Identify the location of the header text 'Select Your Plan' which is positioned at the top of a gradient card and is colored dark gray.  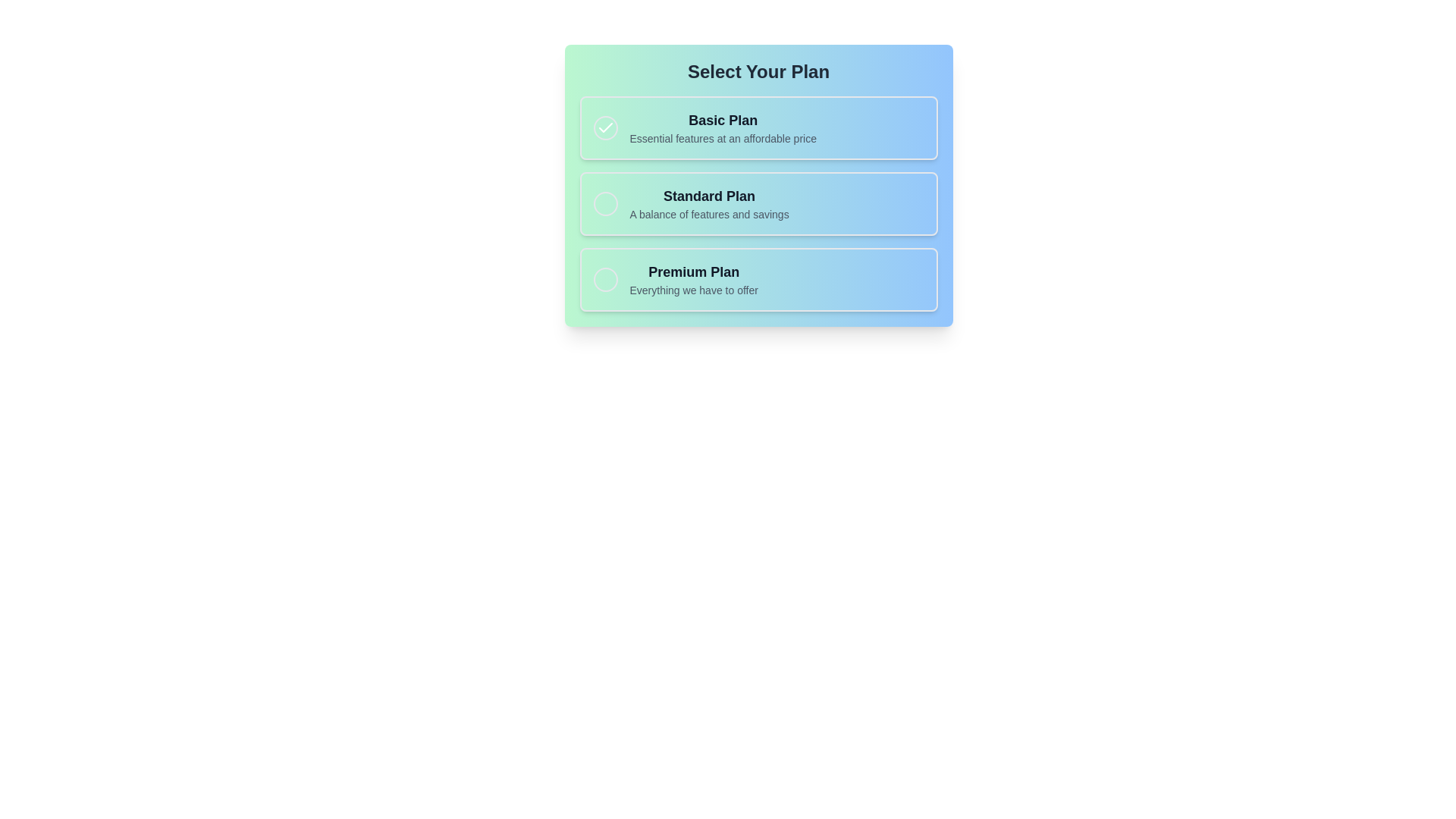
(758, 72).